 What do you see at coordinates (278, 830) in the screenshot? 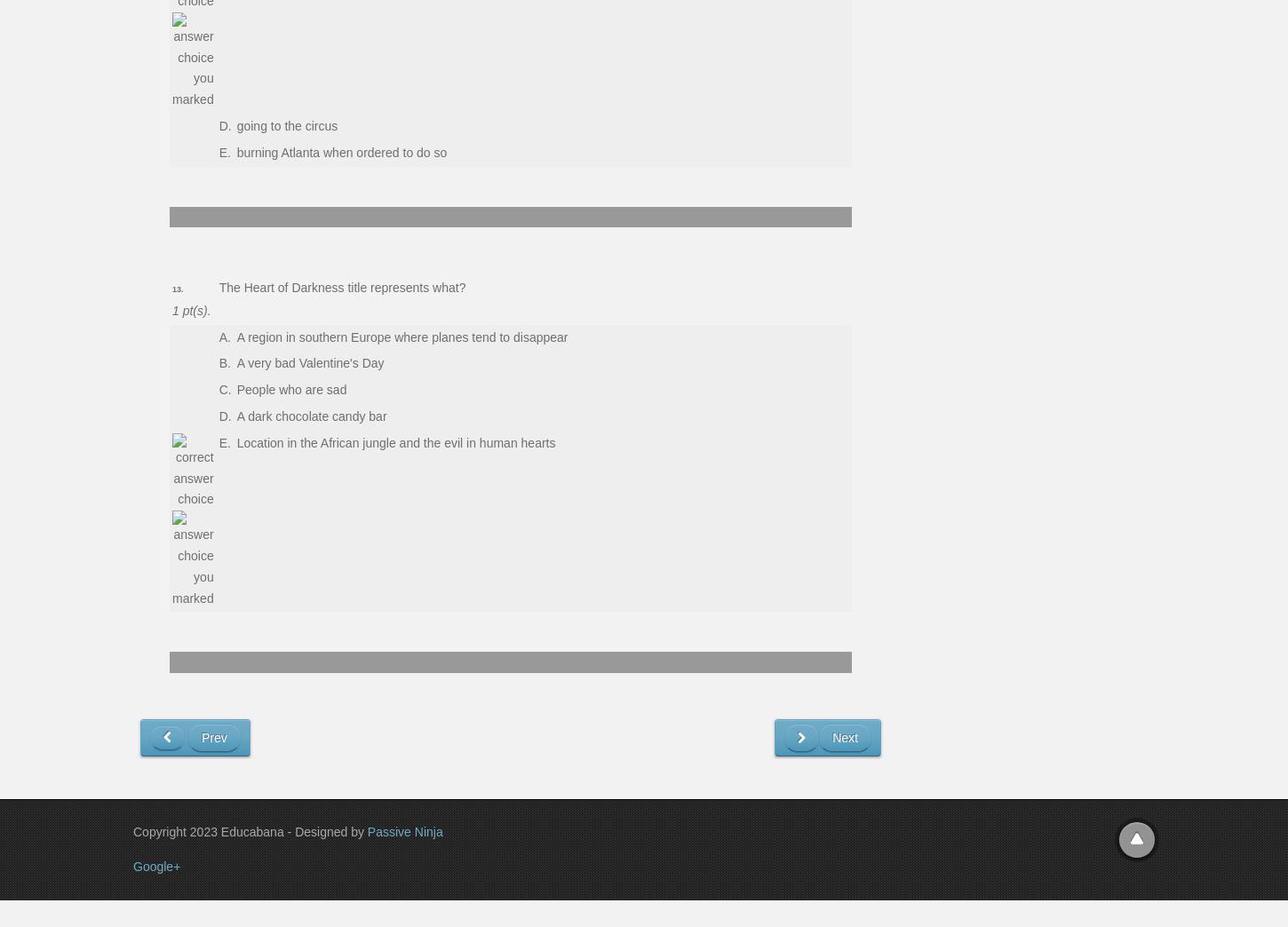
I see `'2023 Educabana - Designed by'` at bounding box center [278, 830].